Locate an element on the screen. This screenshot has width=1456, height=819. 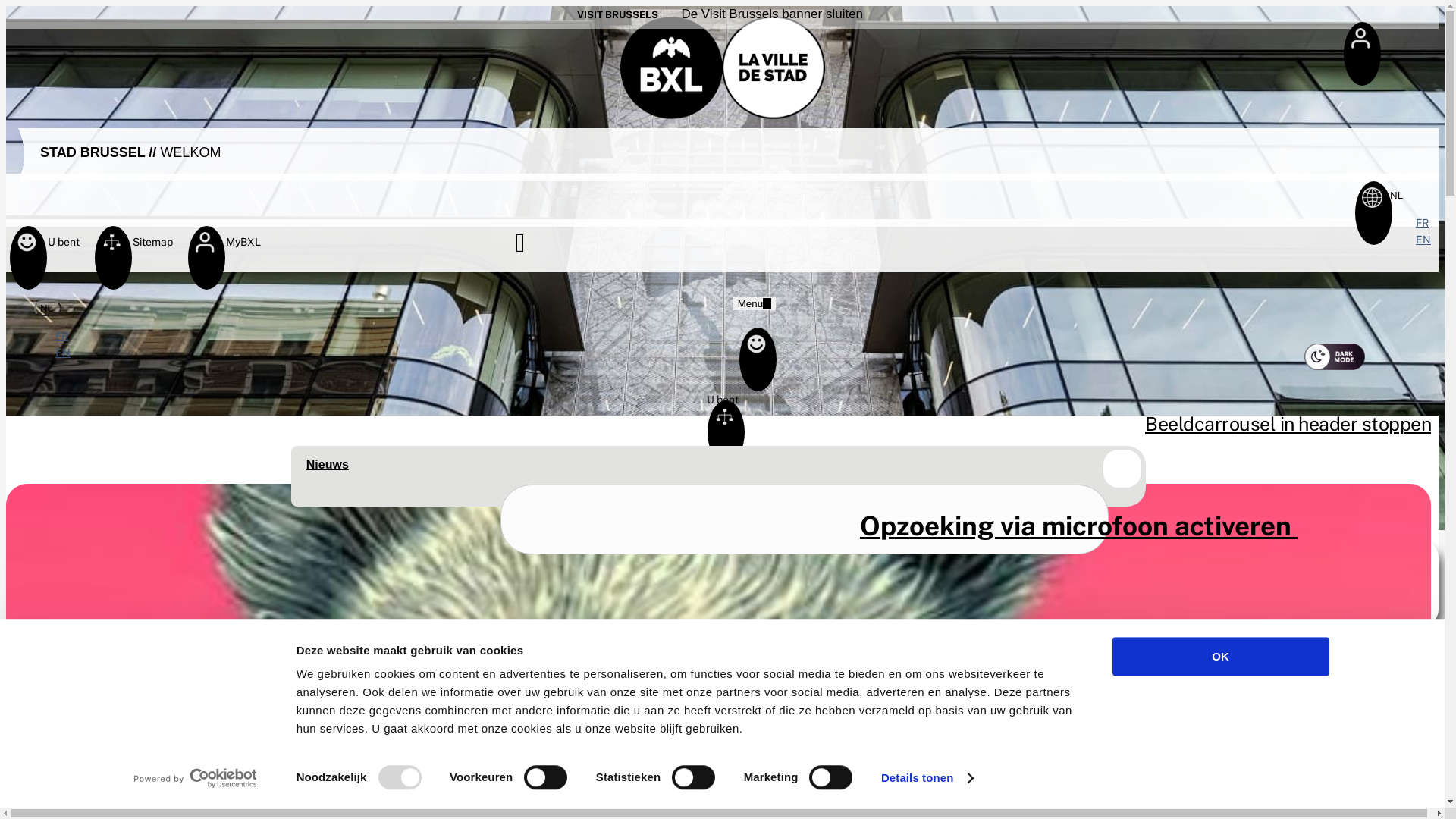
'Zoeken' is located at coordinates (538, 245).